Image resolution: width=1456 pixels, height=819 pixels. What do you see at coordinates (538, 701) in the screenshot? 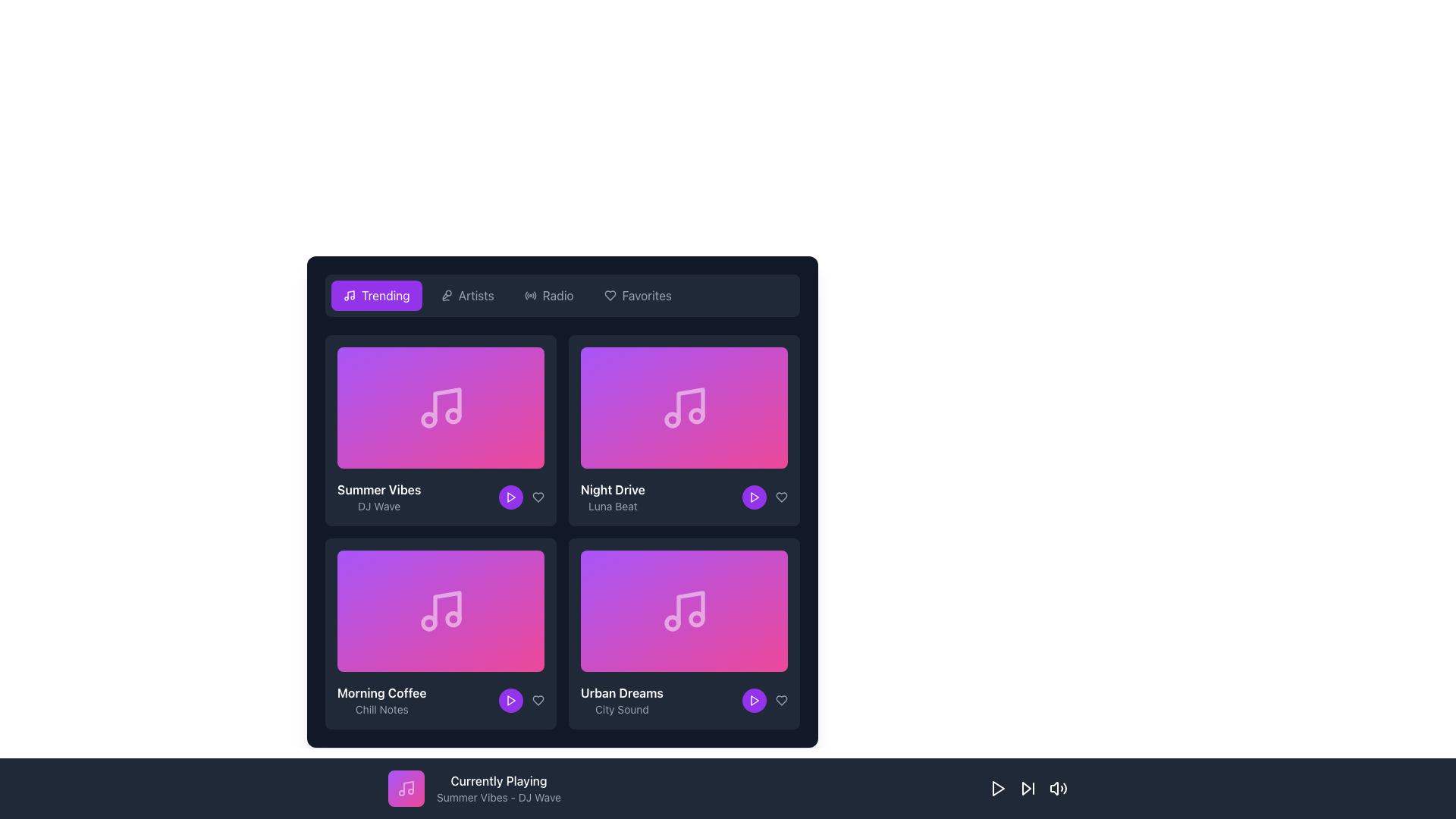
I see `the heart icon, which is a small SVG button located in the bottom-right vicinity of the 'Urban Dreams' music card` at bounding box center [538, 701].